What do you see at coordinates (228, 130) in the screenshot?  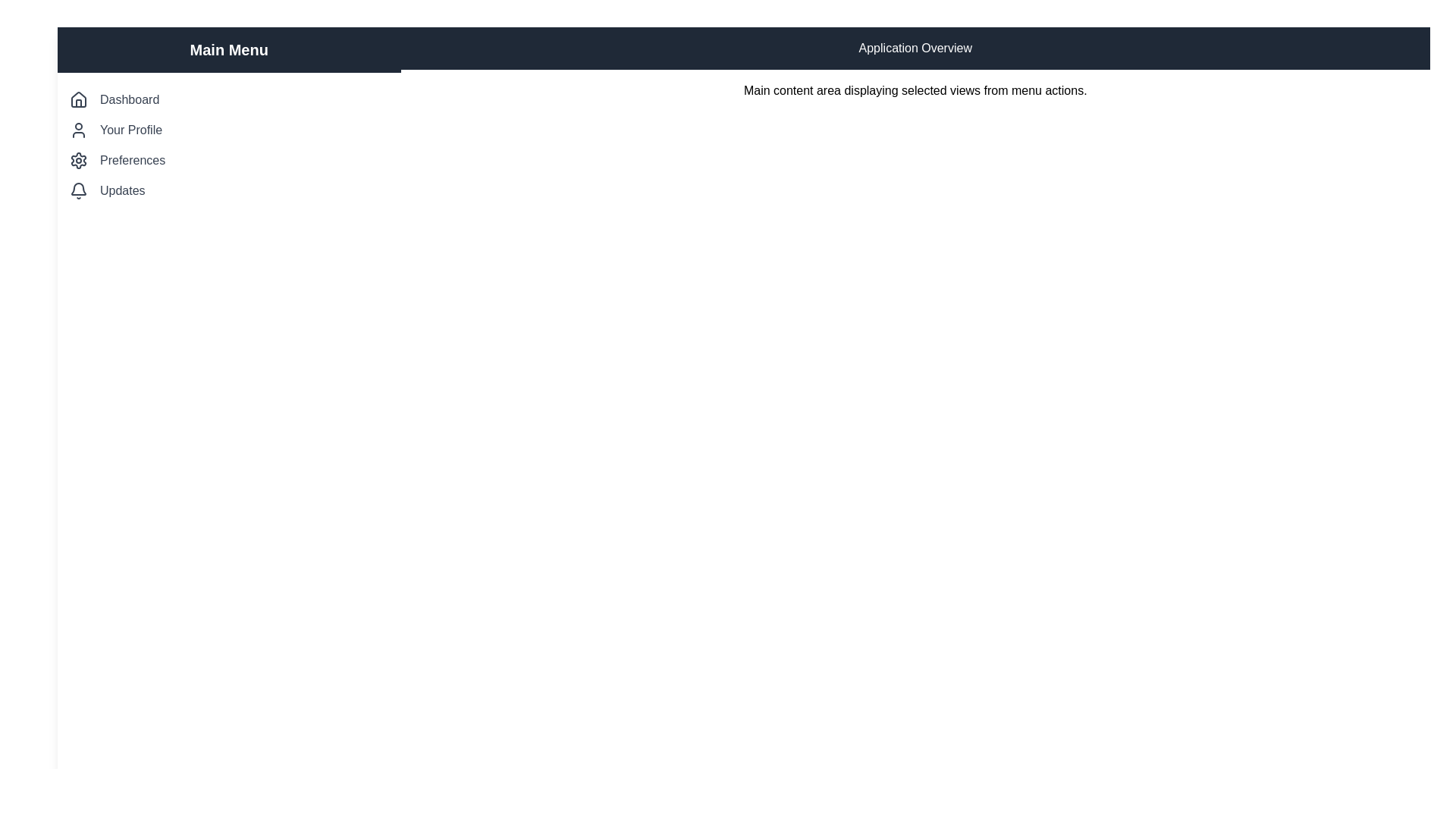 I see `the 'Your Profile' menu item, which is the second item in the vertical menu list under 'Main Menu'` at bounding box center [228, 130].